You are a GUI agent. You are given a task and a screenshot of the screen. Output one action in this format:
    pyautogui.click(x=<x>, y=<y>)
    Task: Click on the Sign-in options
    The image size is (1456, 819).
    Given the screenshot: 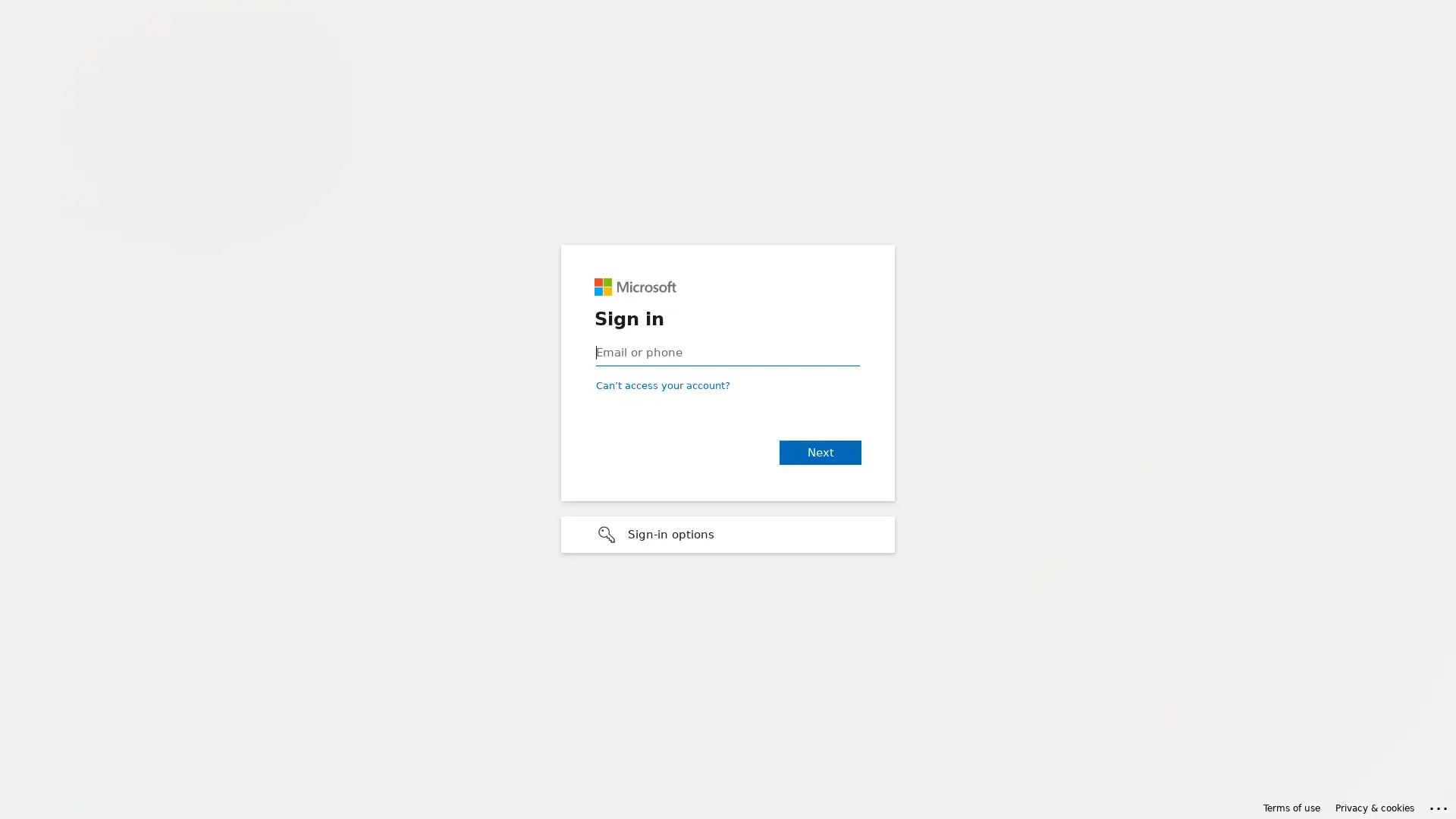 What is the action you would take?
    pyautogui.click(x=728, y=534)
    